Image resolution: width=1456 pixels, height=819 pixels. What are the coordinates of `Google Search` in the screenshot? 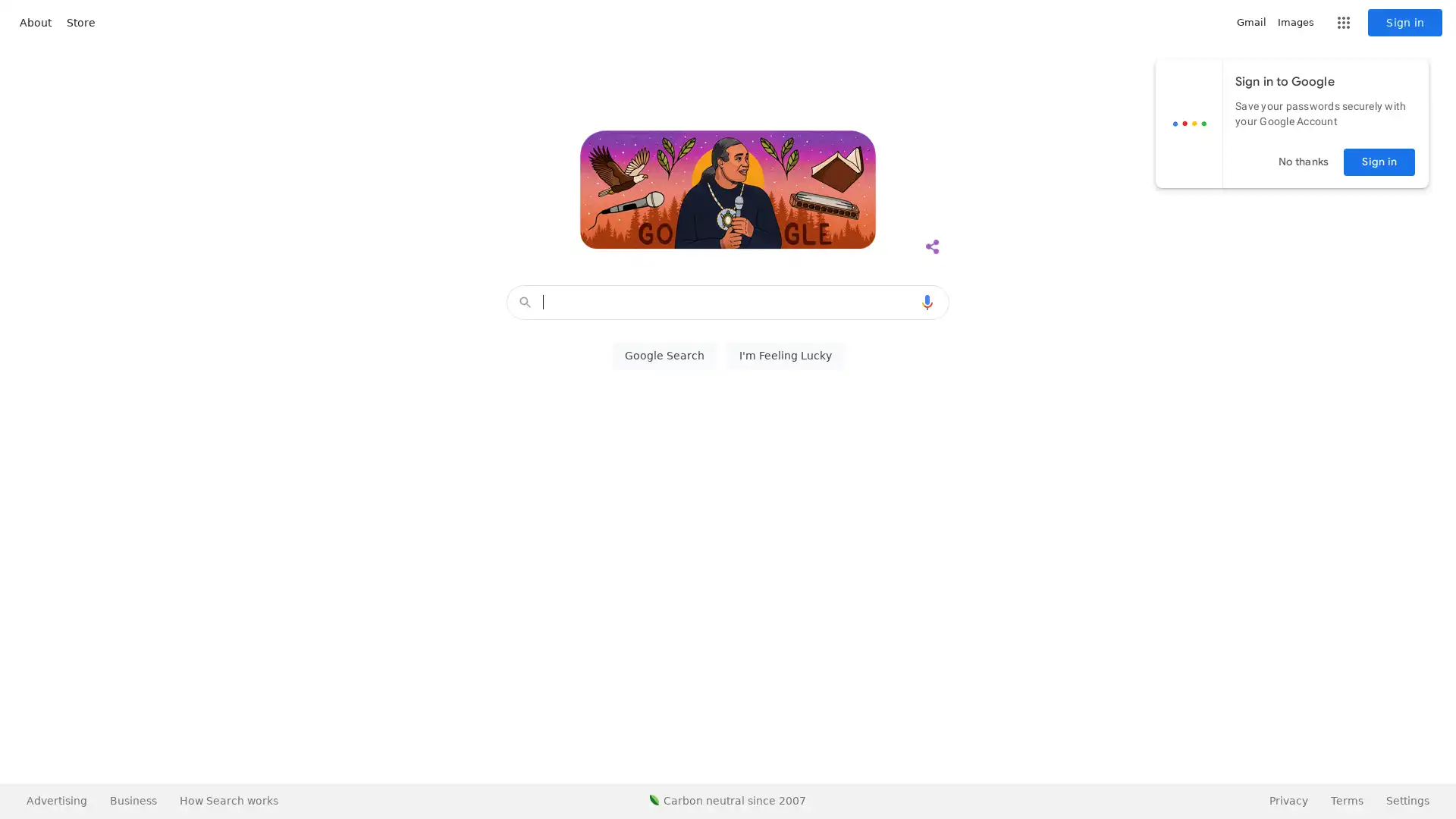 It's located at (664, 356).